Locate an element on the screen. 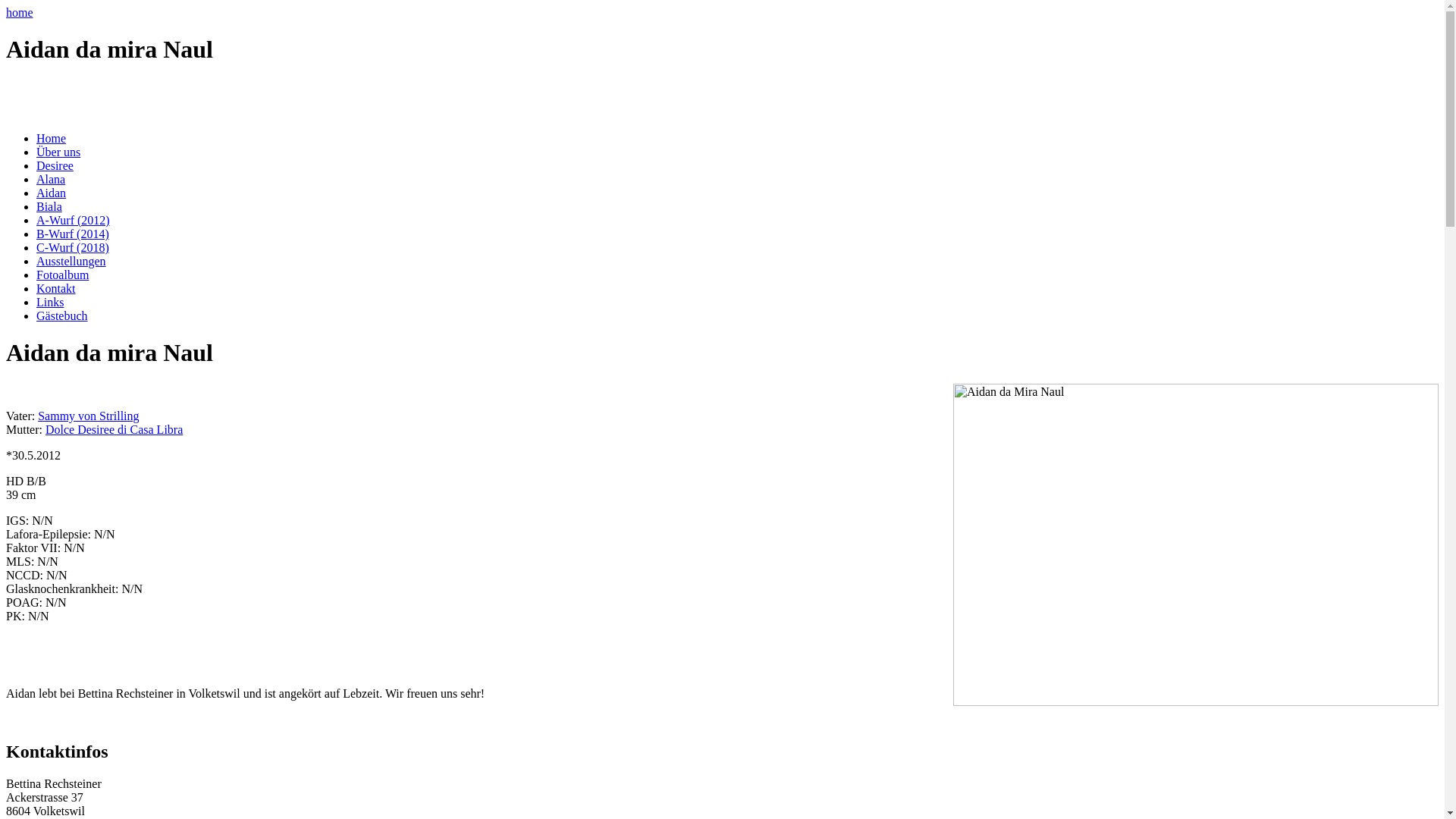 The height and width of the screenshot is (819, 1456). 'Biala' is located at coordinates (49, 206).